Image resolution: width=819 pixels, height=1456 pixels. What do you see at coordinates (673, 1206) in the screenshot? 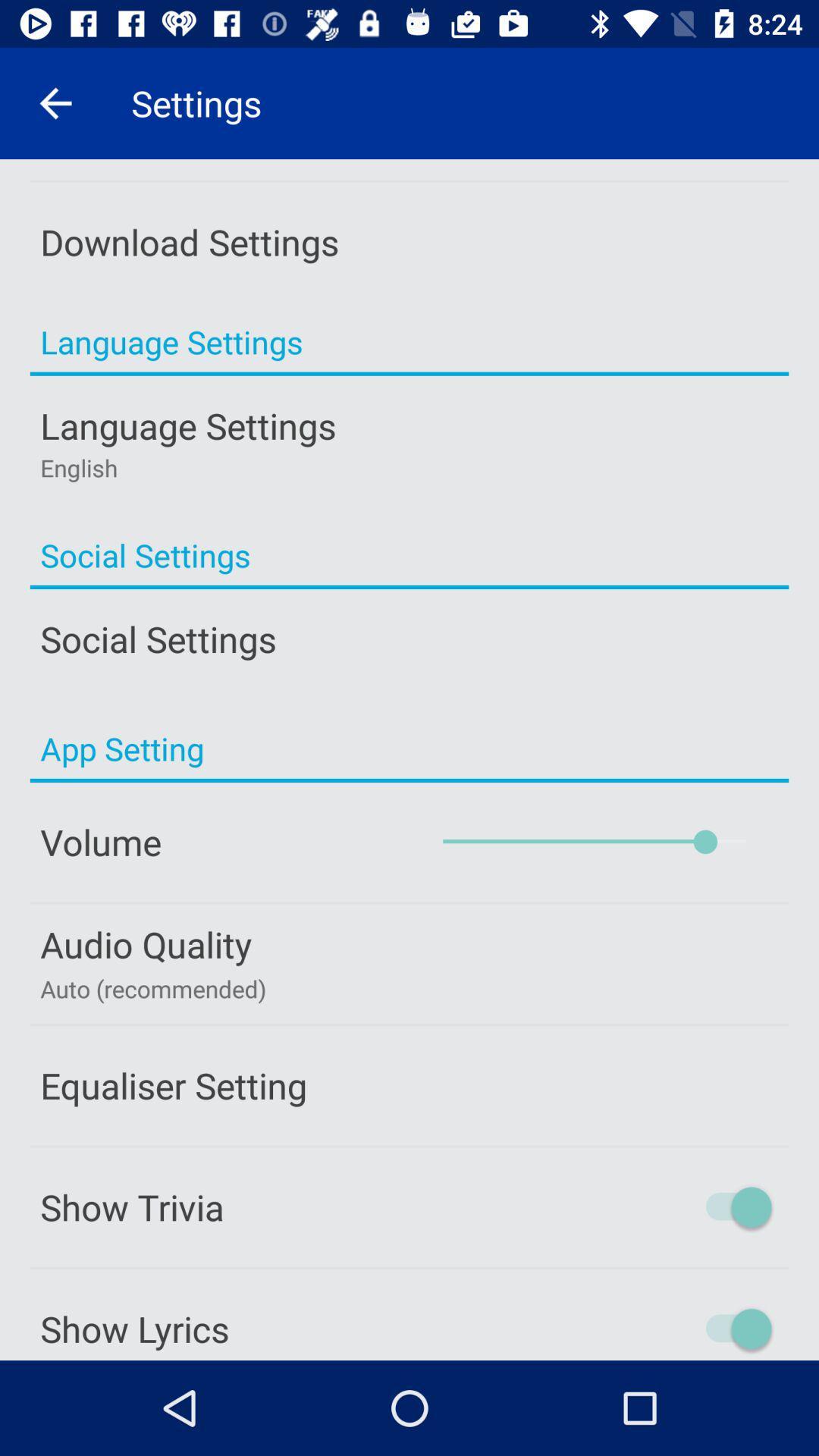
I see `show trivia on` at bounding box center [673, 1206].